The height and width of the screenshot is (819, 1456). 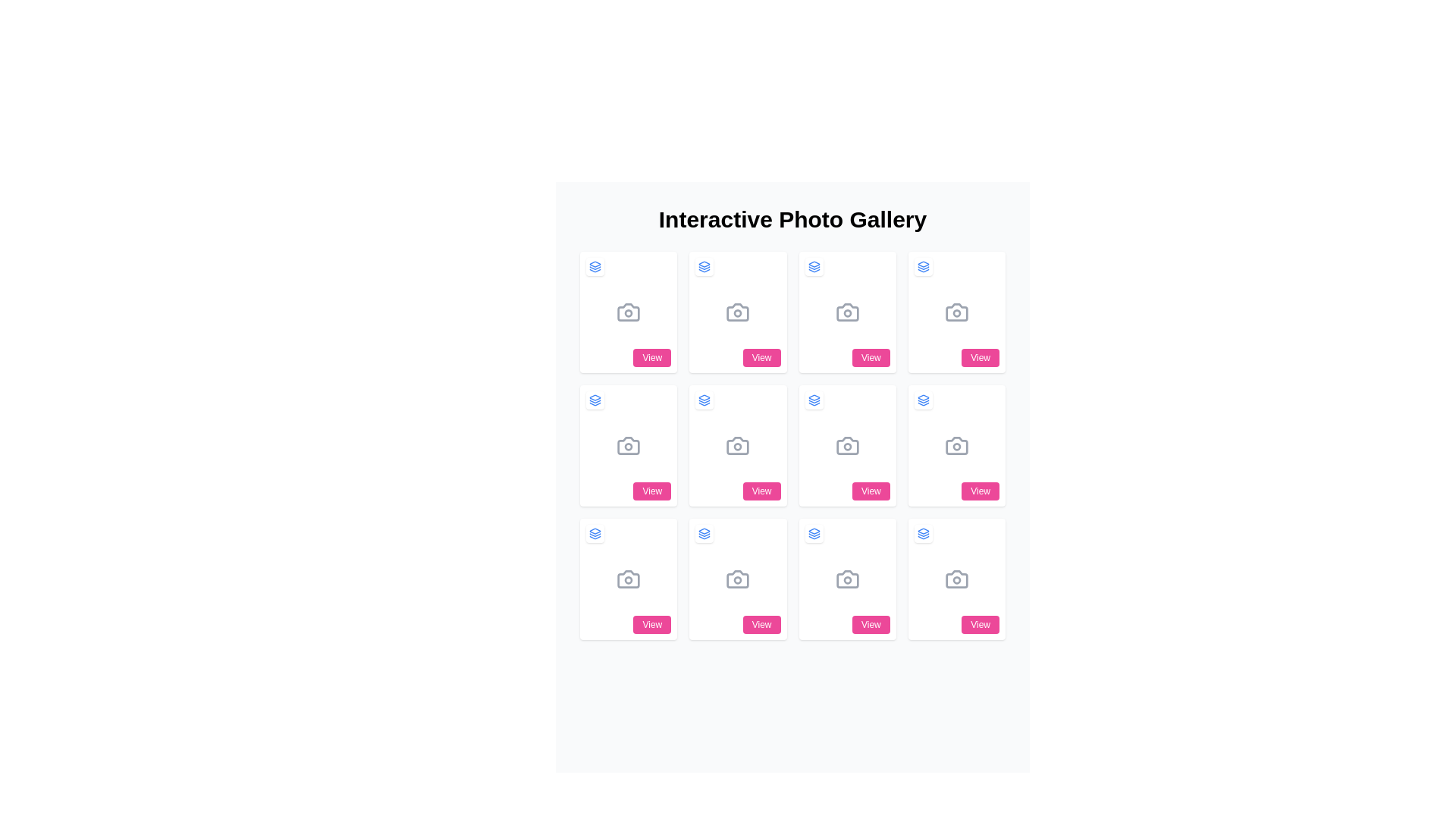 I want to click on the photo icon located in the center of the third row of cards in the grid layout, so click(x=738, y=444).